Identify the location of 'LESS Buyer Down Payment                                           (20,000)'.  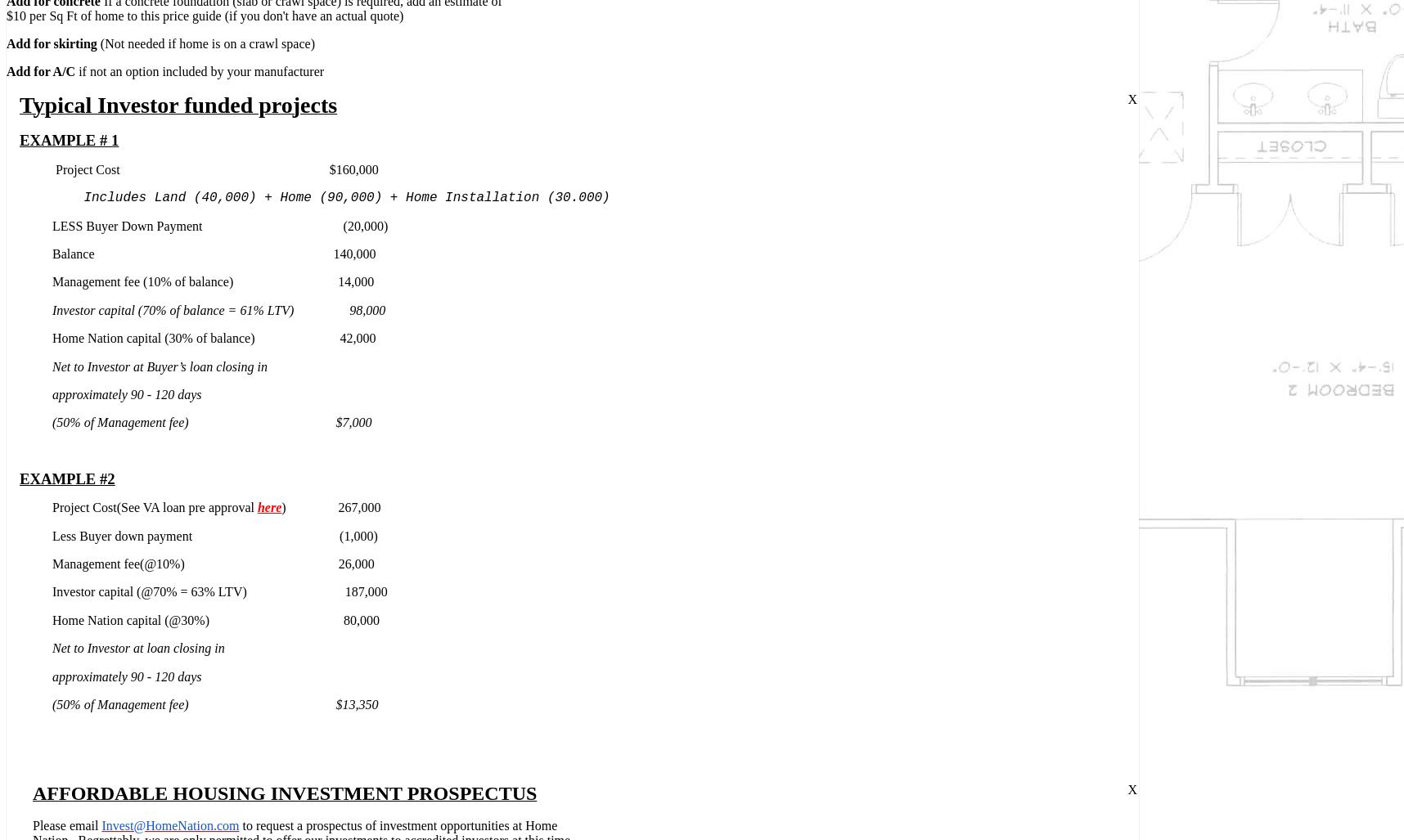
(219, 225).